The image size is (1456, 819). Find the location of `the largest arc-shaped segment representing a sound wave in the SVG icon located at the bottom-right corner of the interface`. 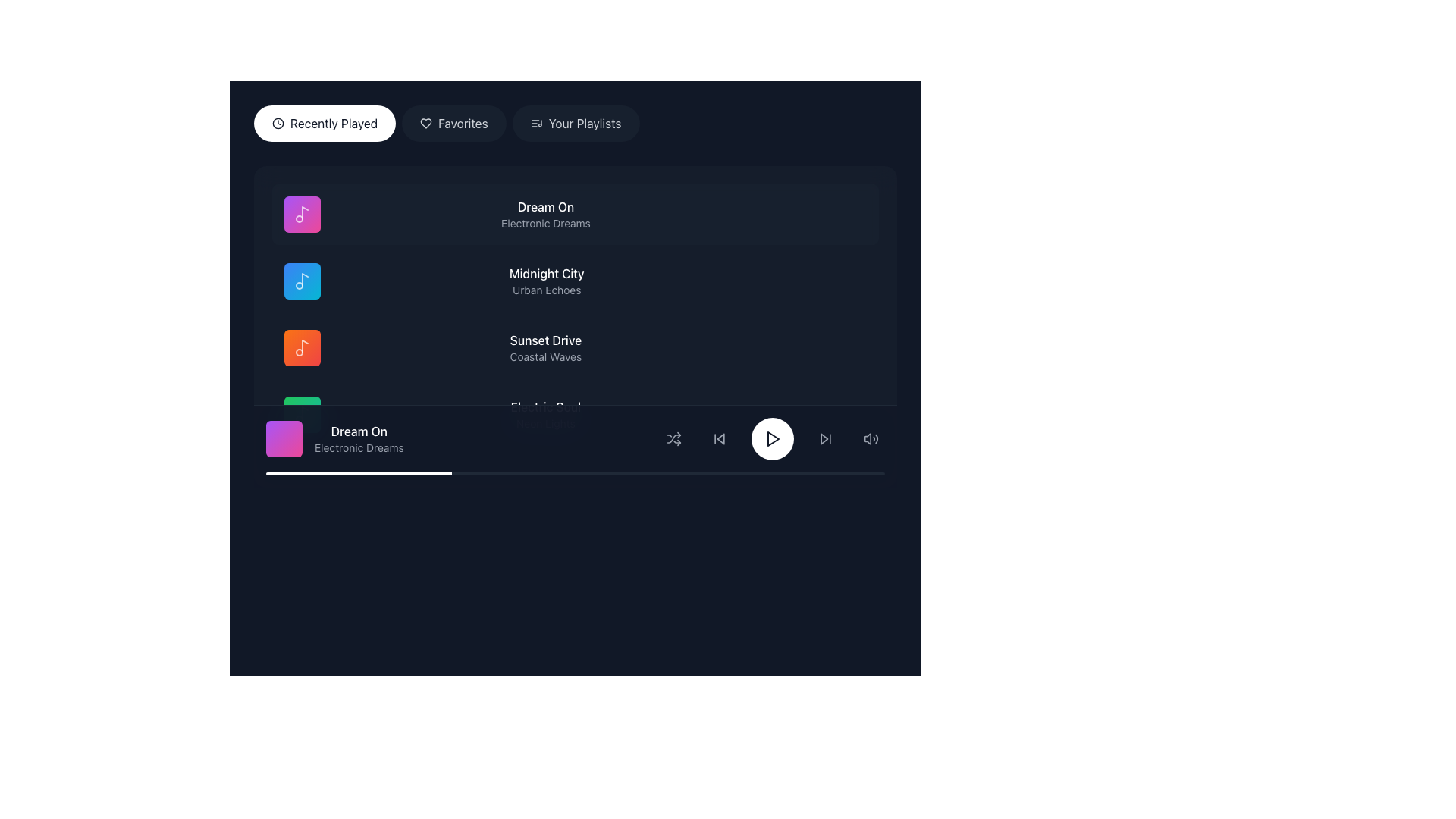

the largest arc-shaped segment representing a sound wave in the SVG icon located at the bottom-right corner of the interface is located at coordinates (877, 438).